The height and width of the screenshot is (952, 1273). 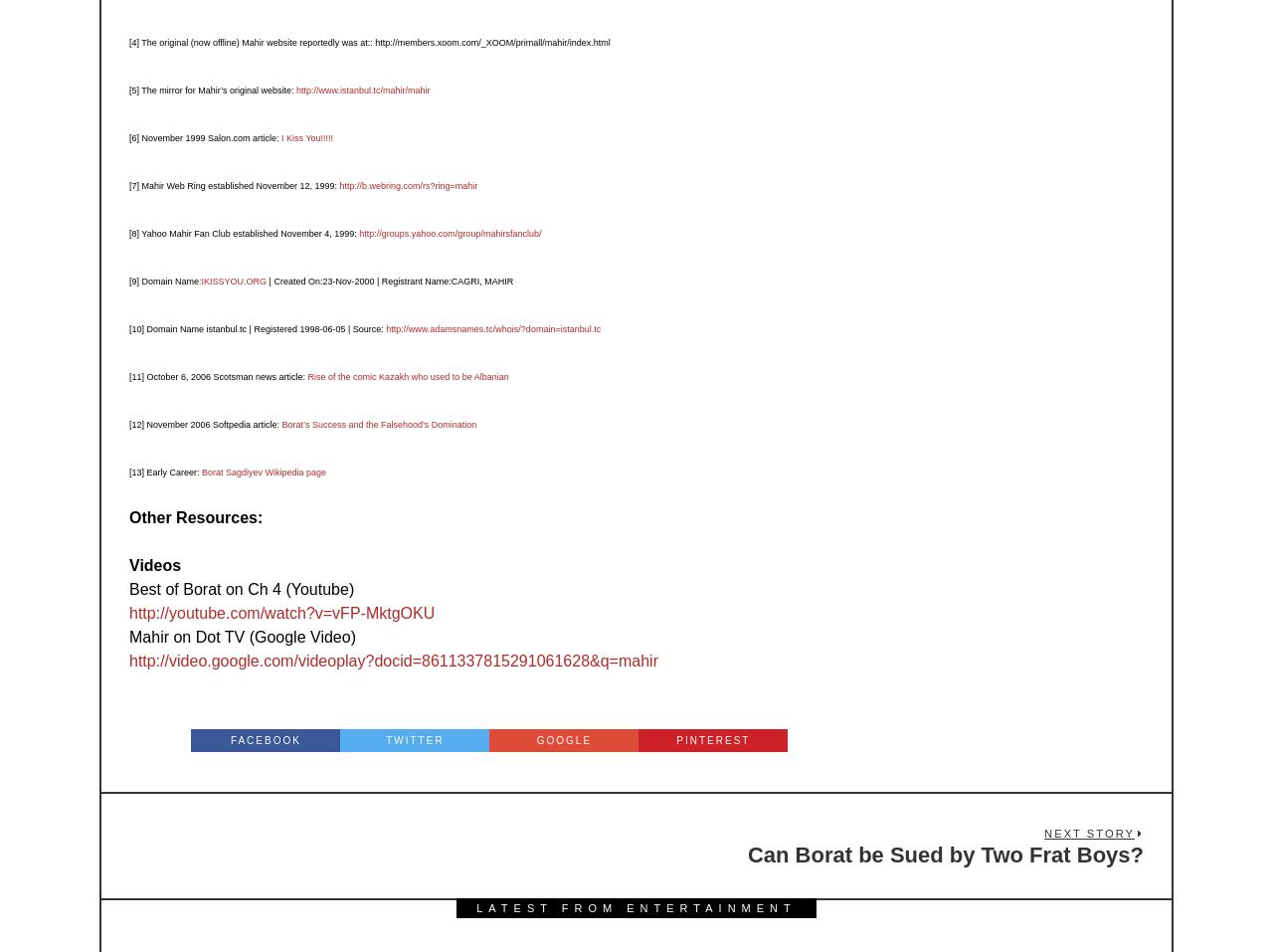 I want to click on 'http://b.webring.com/rs?ring=mahir', so click(x=407, y=185).